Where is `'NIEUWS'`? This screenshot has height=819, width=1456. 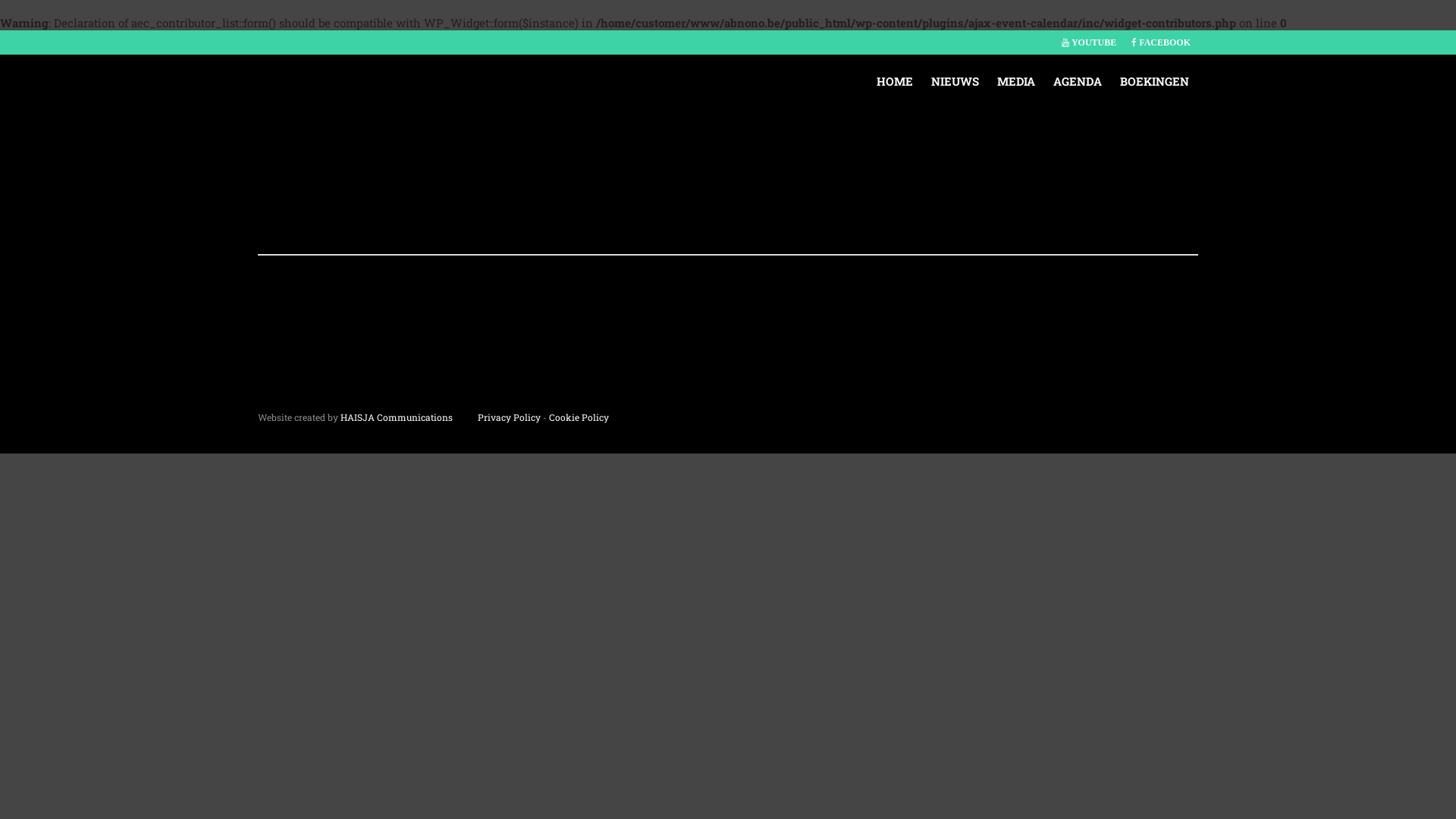 'NIEUWS' is located at coordinates (954, 81).